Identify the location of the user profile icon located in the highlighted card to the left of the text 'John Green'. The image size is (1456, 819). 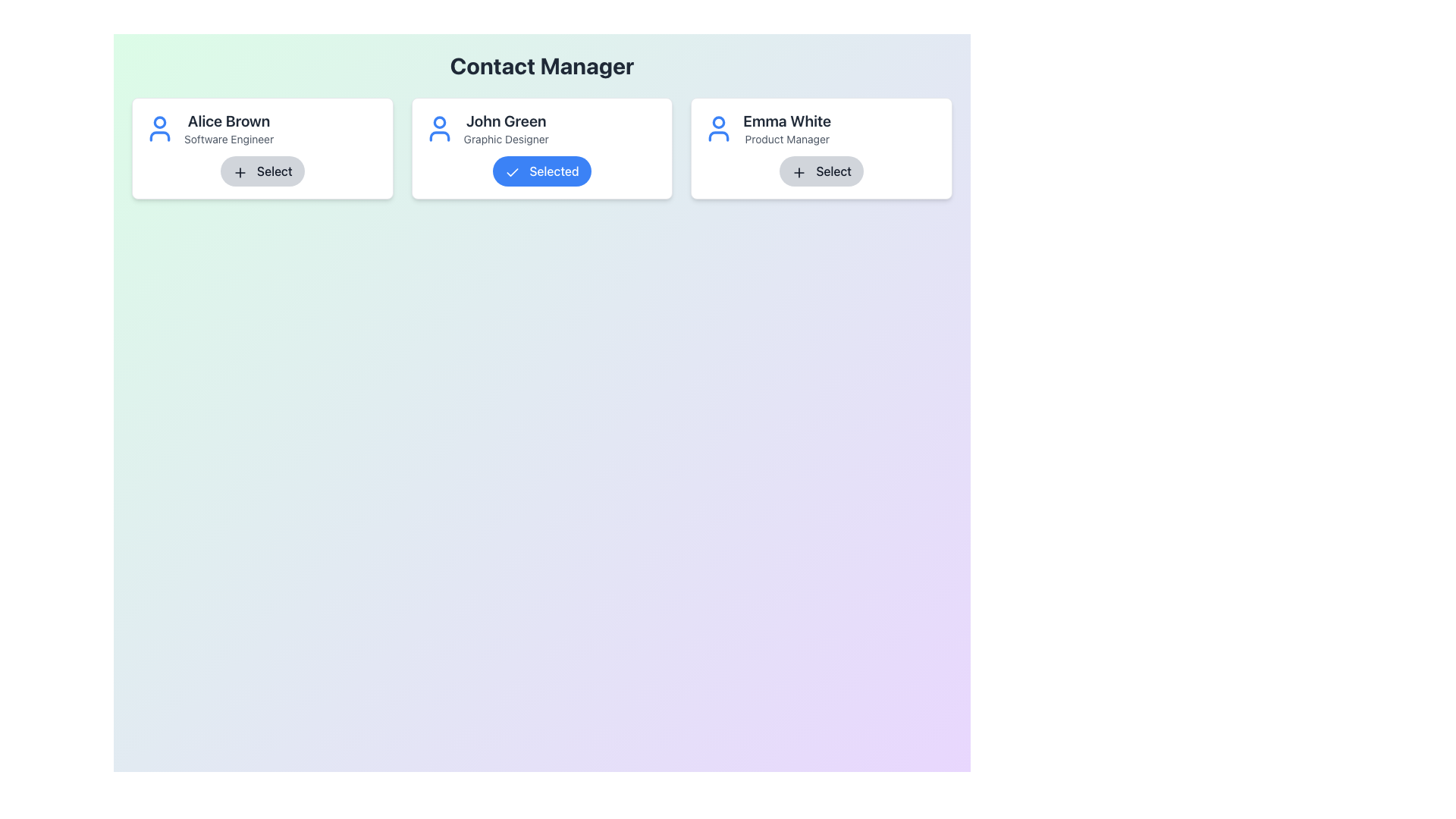
(438, 127).